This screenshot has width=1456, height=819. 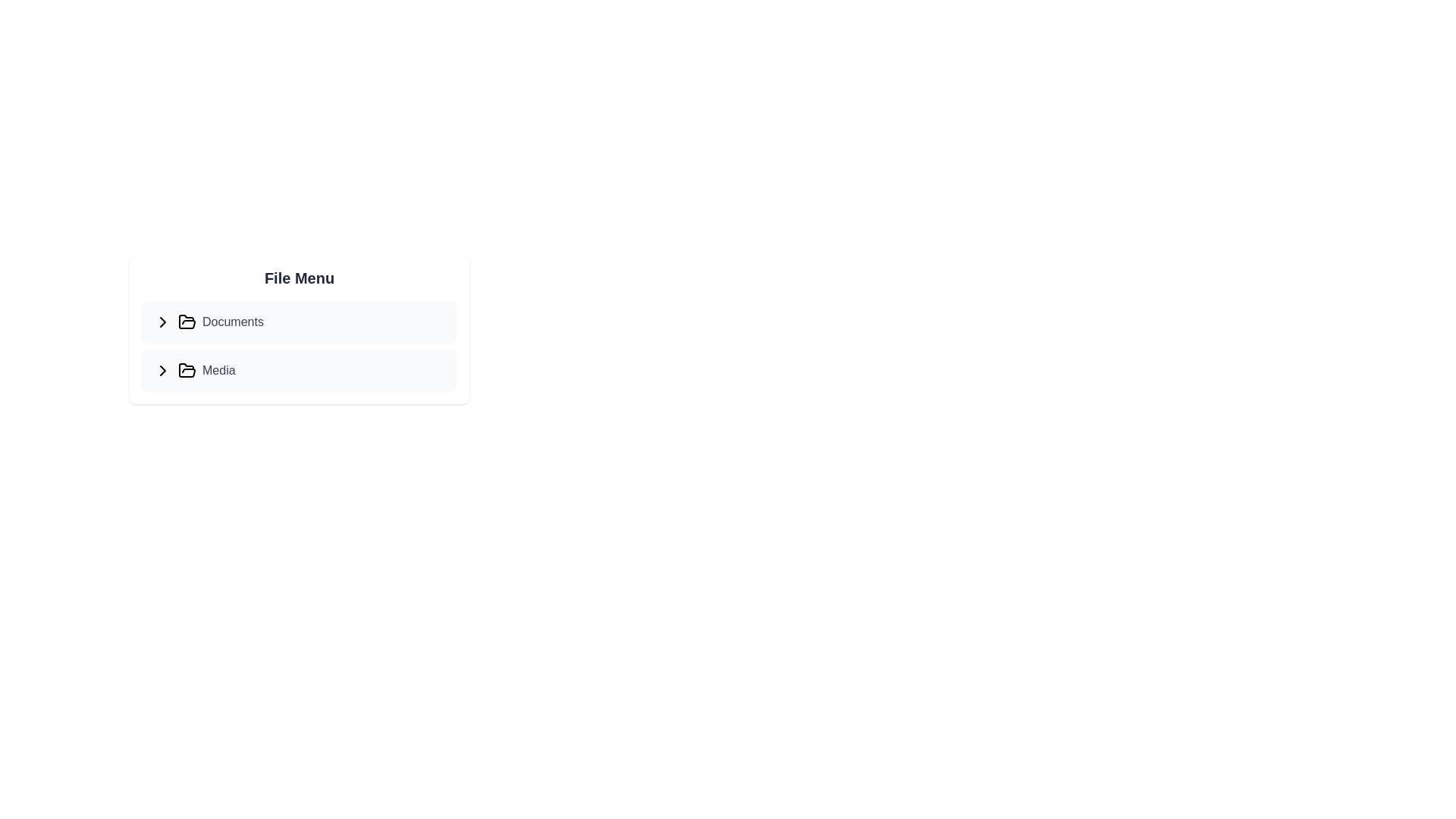 What do you see at coordinates (218, 371) in the screenshot?
I see `the non-interactive text label representing the 'Media' category, located beneath the 'Documents' item and aligned to the right of its folder icon` at bounding box center [218, 371].